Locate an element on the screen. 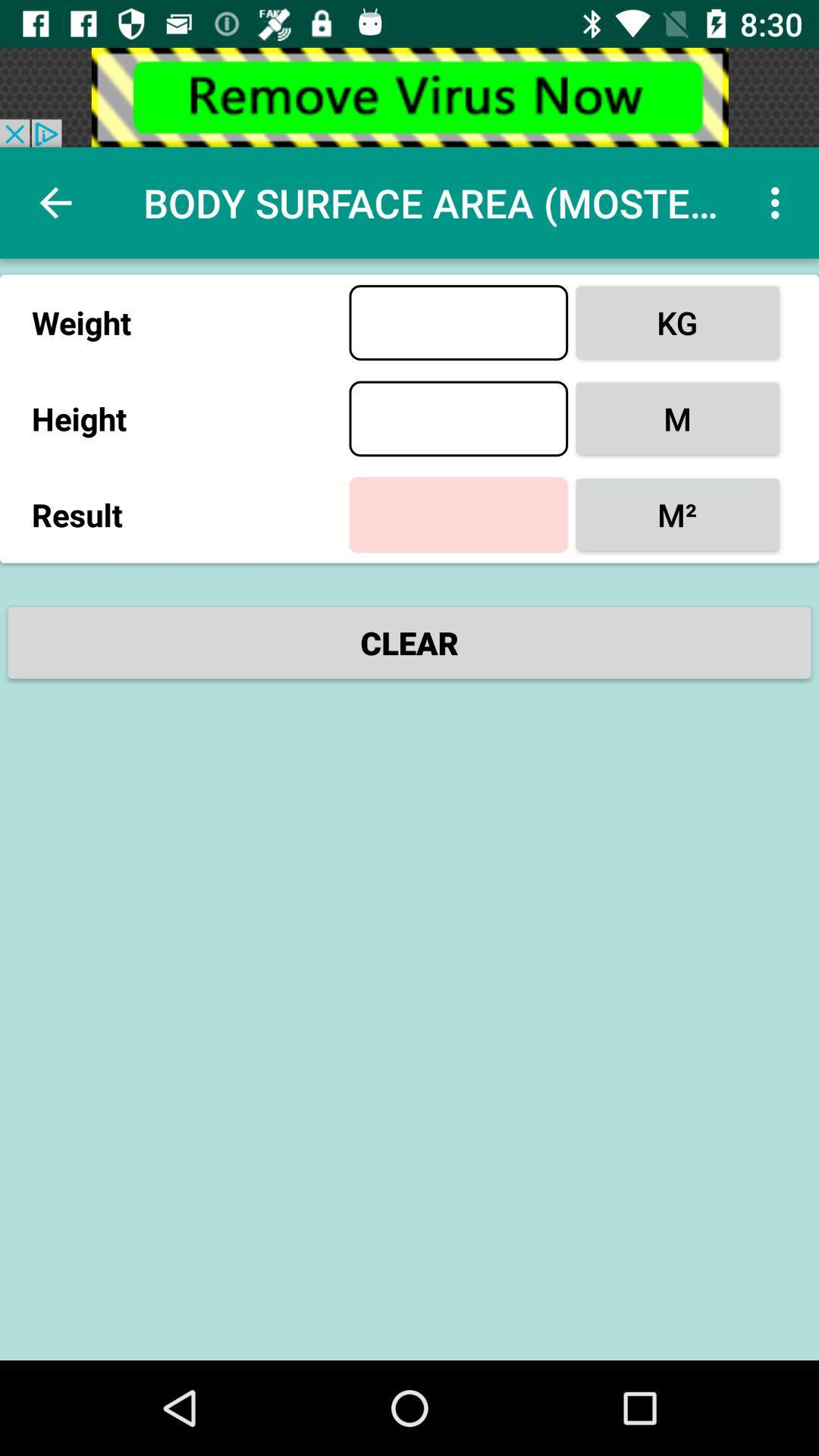  box is located at coordinates (457, 419).